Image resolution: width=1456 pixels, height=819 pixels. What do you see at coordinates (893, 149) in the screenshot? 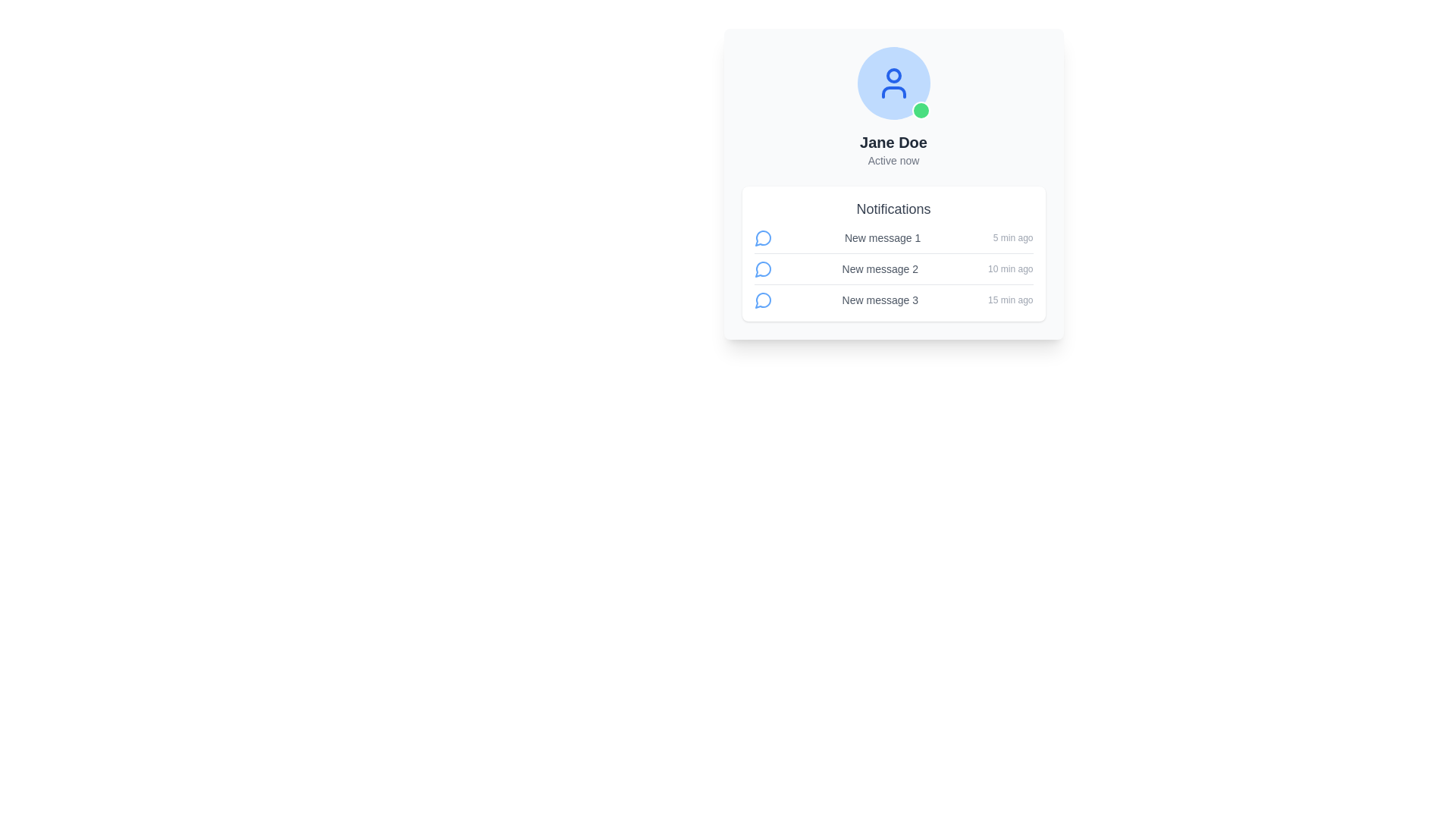
I see `the text display showing 'Jane Doe' and 'Active now'` at bounding box center [893, 149].